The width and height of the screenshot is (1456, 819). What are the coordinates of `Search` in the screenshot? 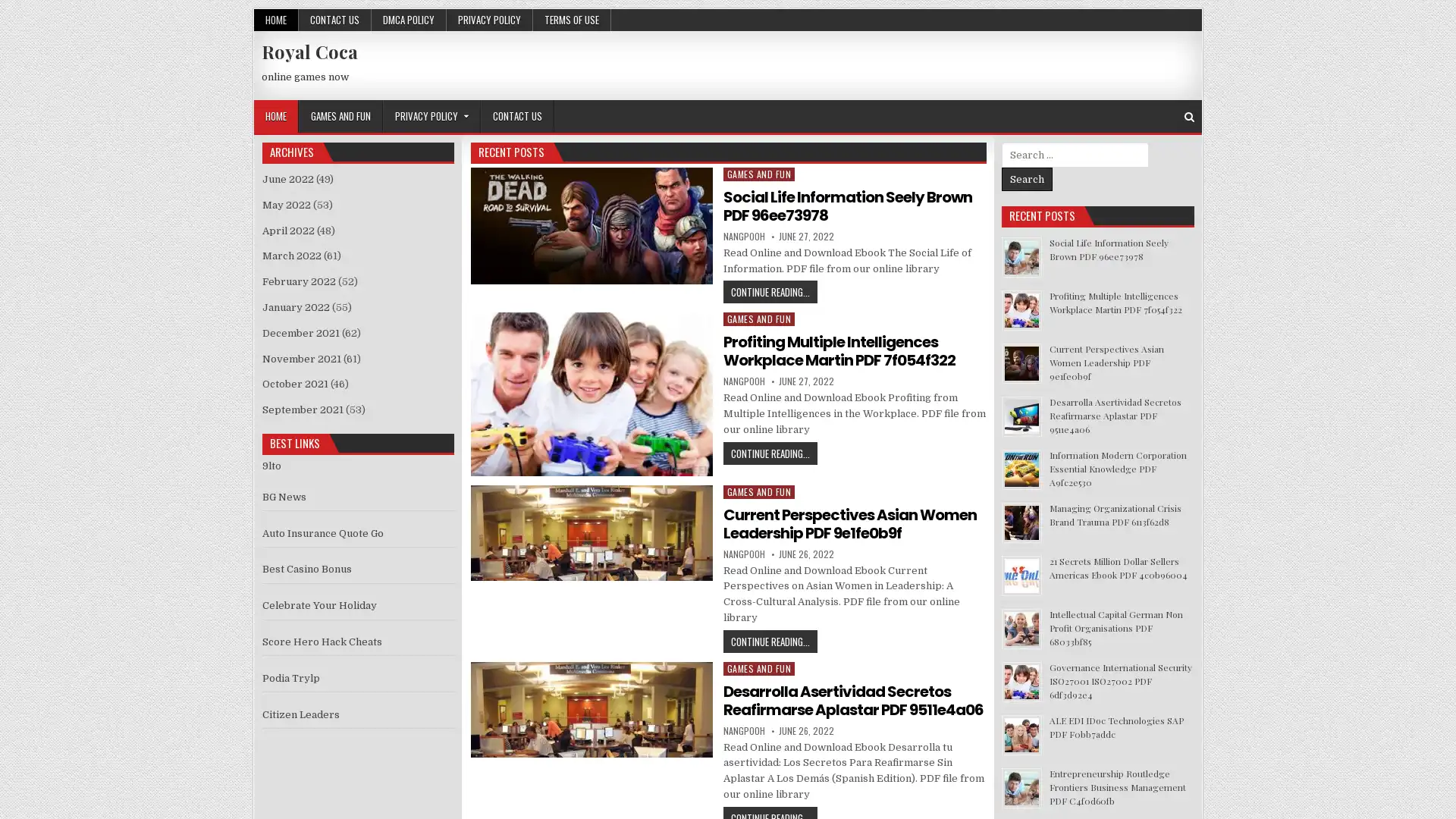 It's located at (1027, 178).